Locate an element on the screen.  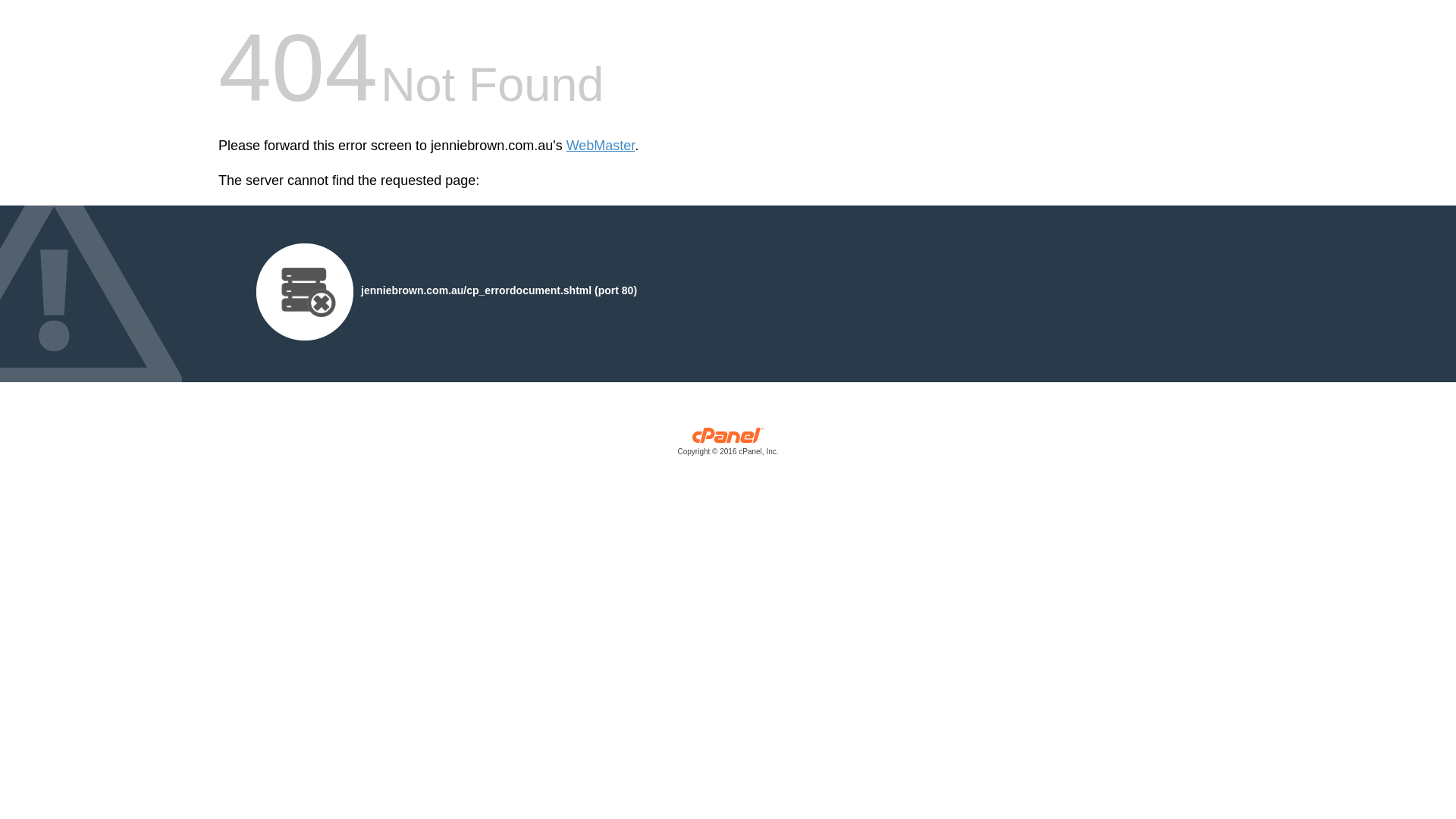
'WebMaster' is located at coordinates (600, 146).